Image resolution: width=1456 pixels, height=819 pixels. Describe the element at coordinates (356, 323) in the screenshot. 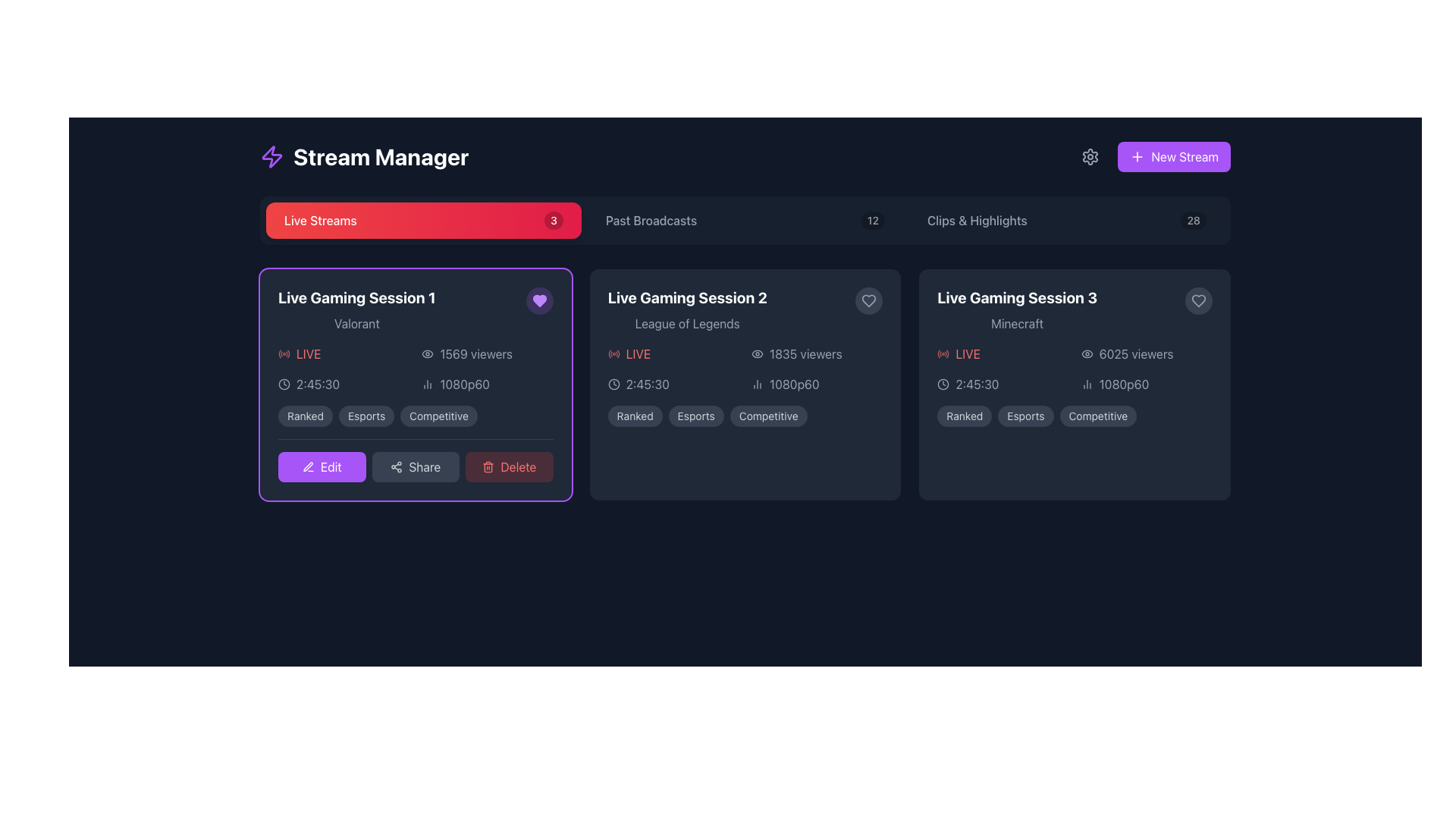

I see `the Text label indicating the name of the game associated with the live gaming session displayed in 'Live Gaming Session 1', located centrally below the title` at that location.